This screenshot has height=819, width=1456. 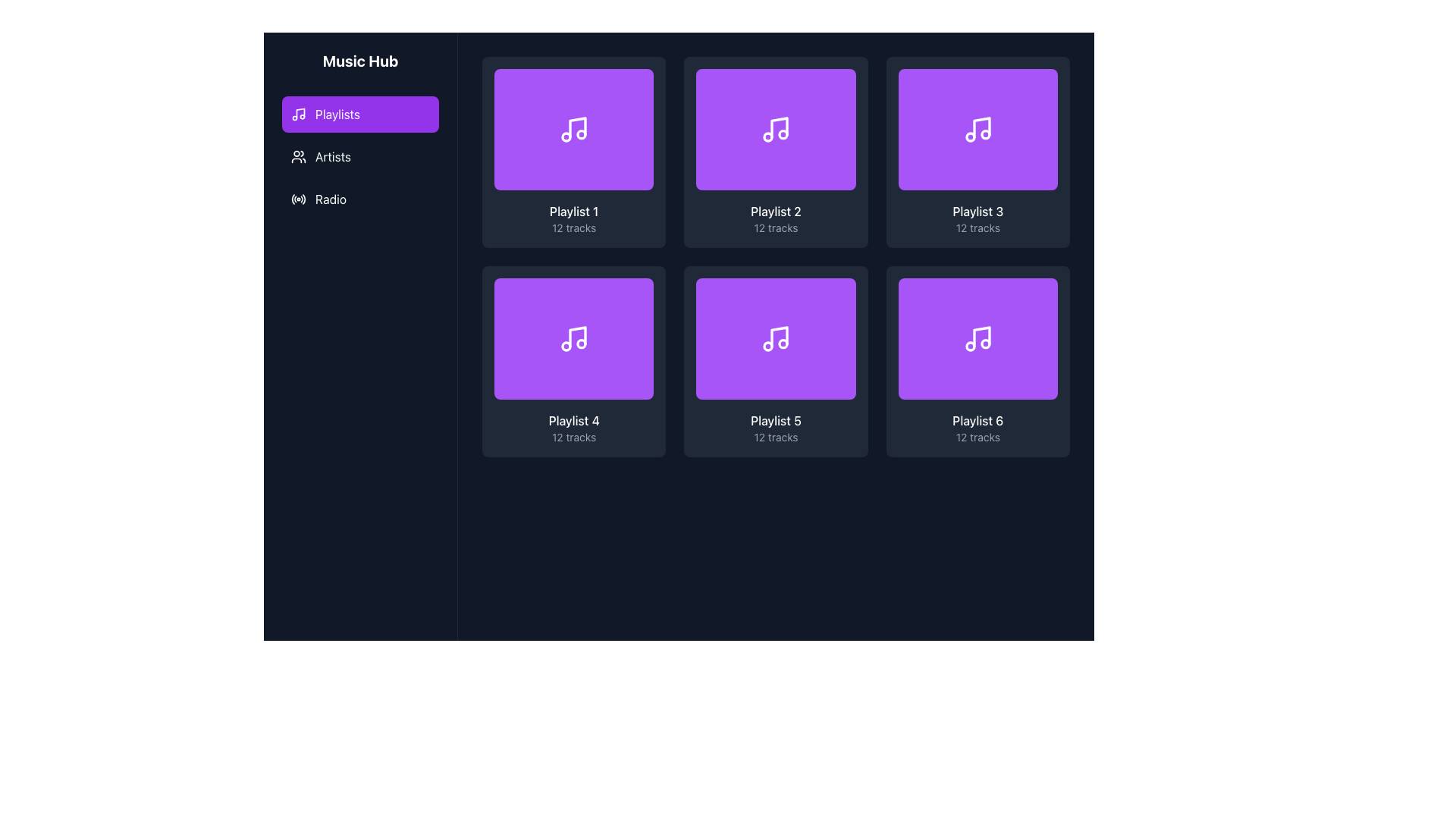 What do you see at coordinates (776, 211) in the screenshot?
I see `text content of the Text Label displaying 'Playlist 2' located in the second card of the first row in the playlist grid` at bounding box center [776, 211].